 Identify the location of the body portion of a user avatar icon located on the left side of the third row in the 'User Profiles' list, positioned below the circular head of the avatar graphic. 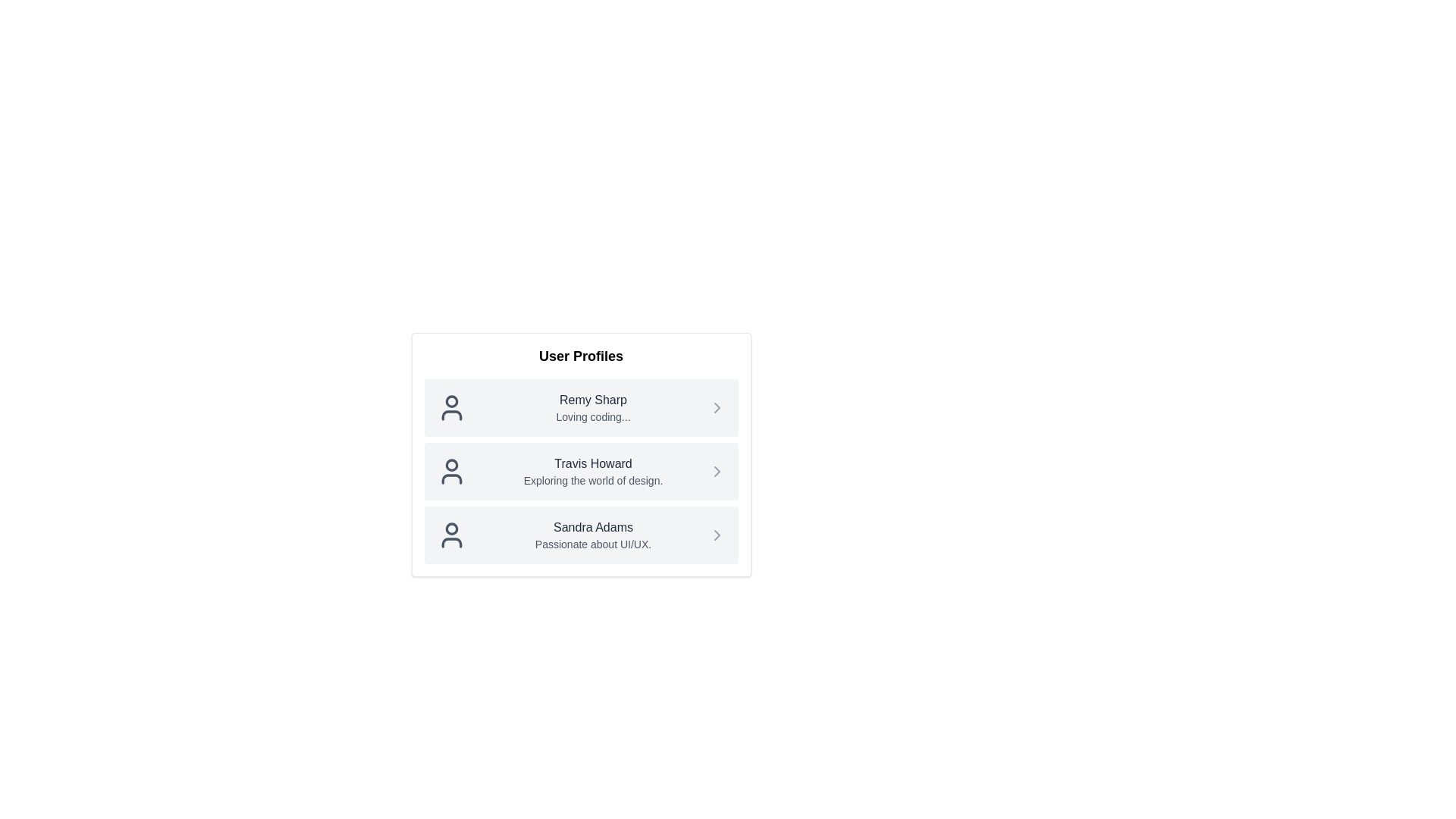
(450, 542).